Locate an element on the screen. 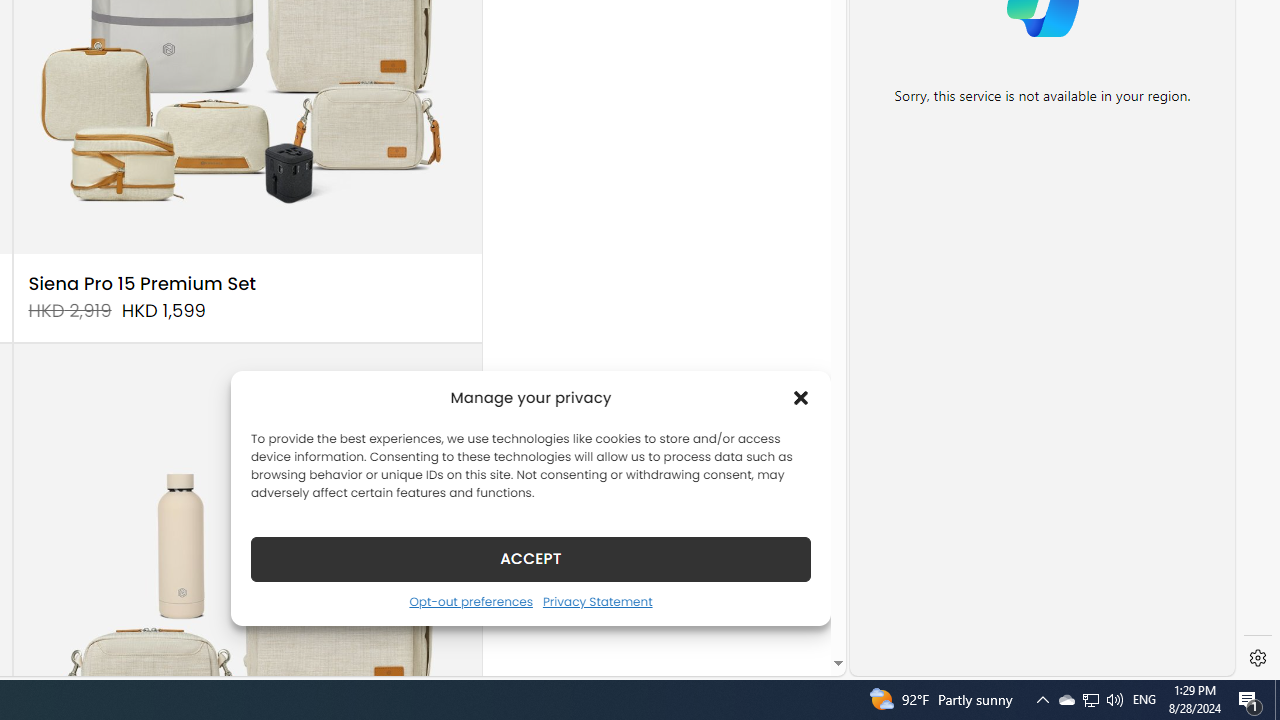 The width and height of the screenshot is (1280, 720). 'Privacy Statement' is located at coordinates (596, 600).